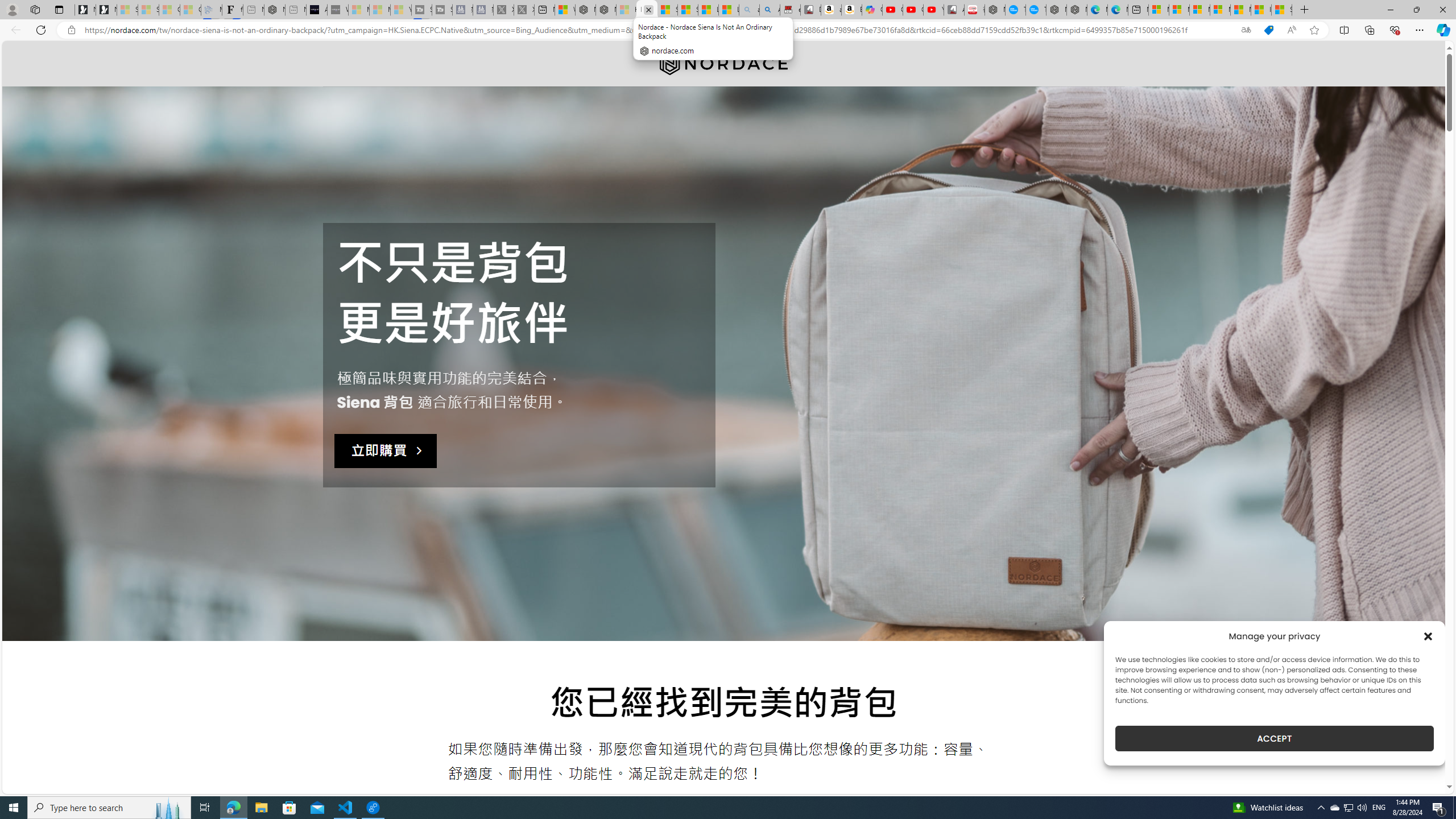  Describe the element at coordinates (748, 9) in the screenshot. I see `'amazon - Search - Sleeping'` at that location.